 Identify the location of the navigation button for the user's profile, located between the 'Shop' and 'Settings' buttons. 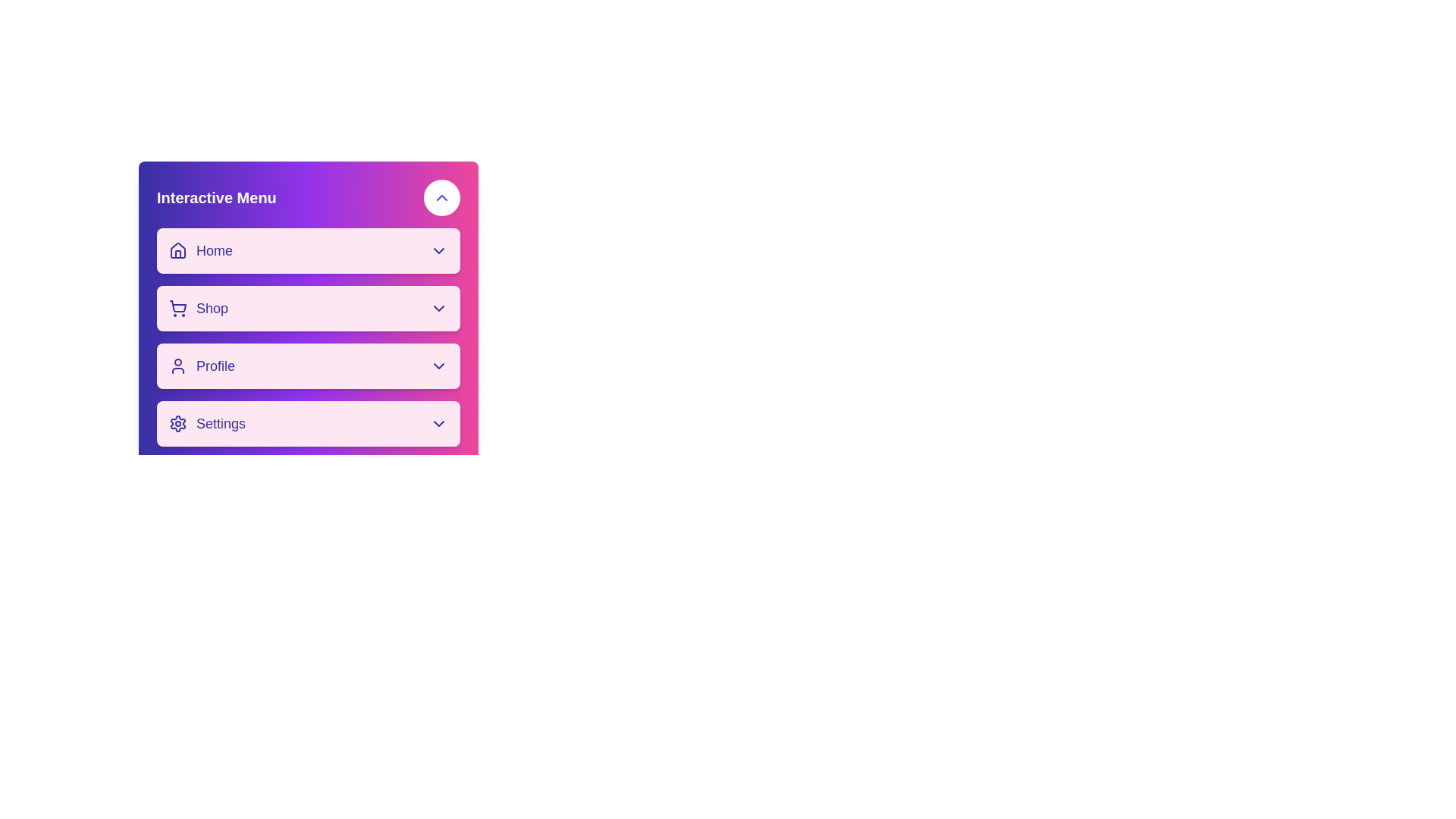
(308, 366).